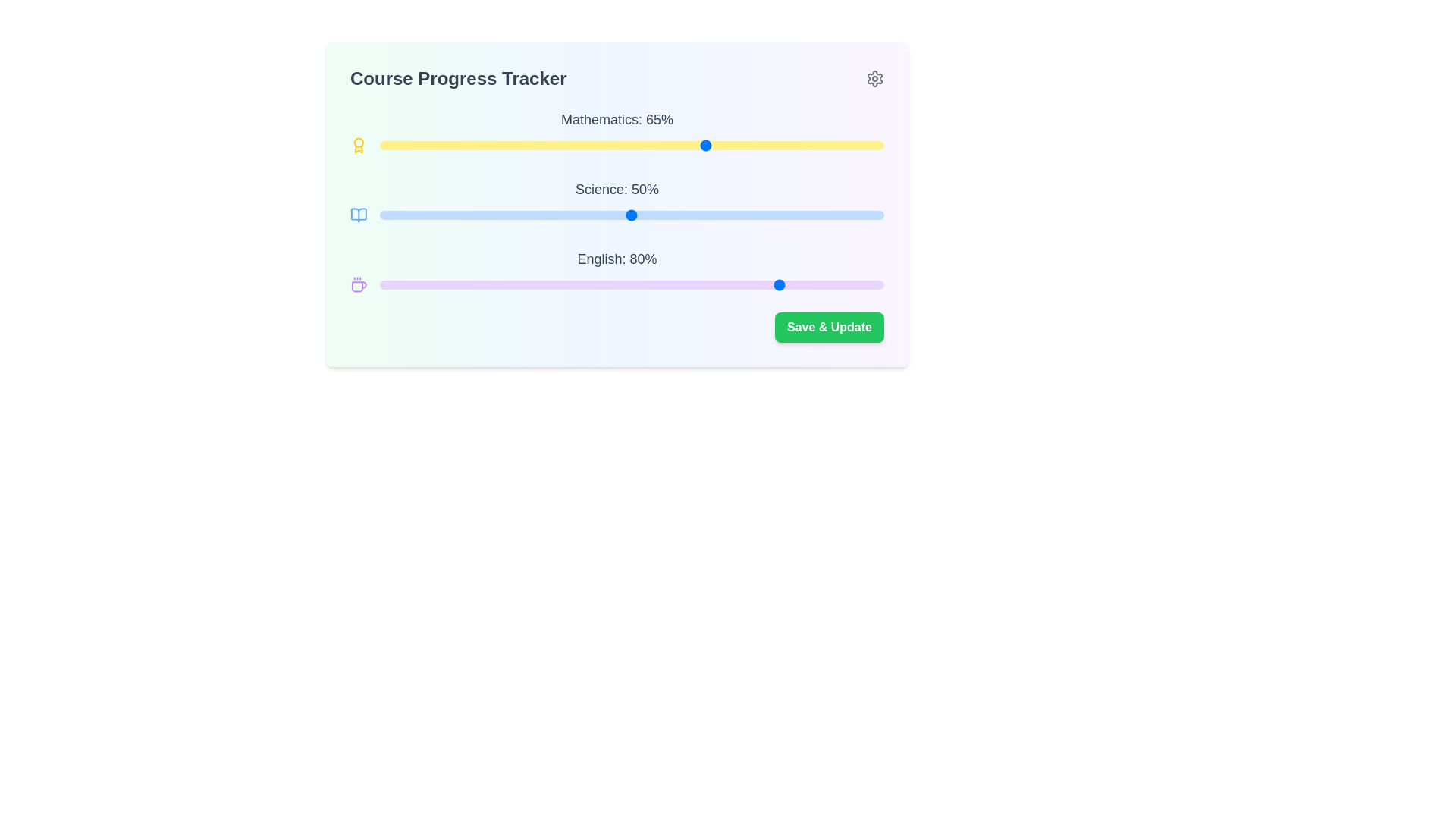 The image size is (1456, 819). What do you see at coordinates (829, 327) in the screenshot?
I see `the 'Save & Update' button with a green background and white text located at the bottom-right corner of the primary user interface panel to change its color` at bounding box center [829, 327].